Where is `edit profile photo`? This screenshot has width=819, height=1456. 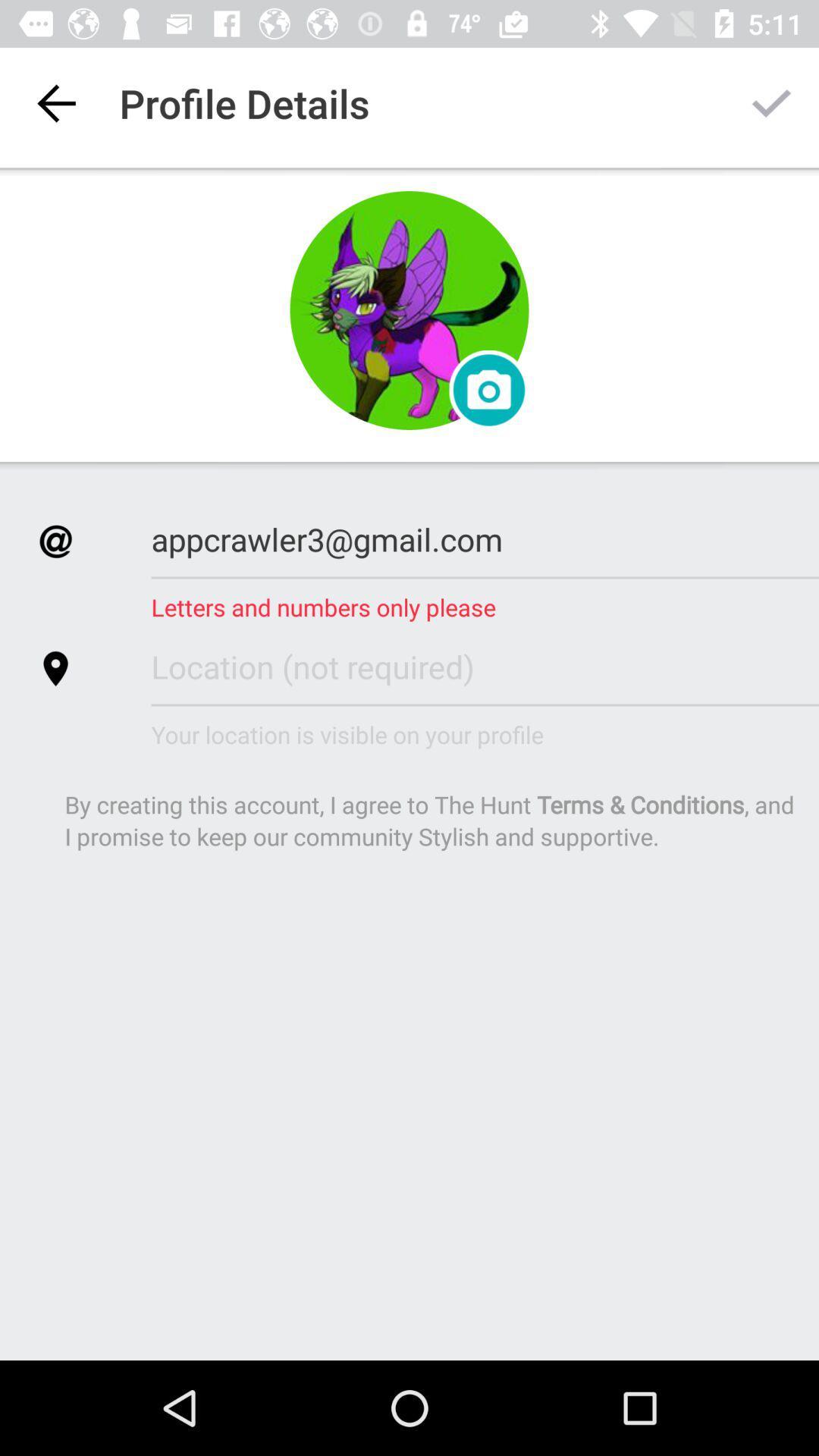
edit profile photo is located at coordinates (488, 390).